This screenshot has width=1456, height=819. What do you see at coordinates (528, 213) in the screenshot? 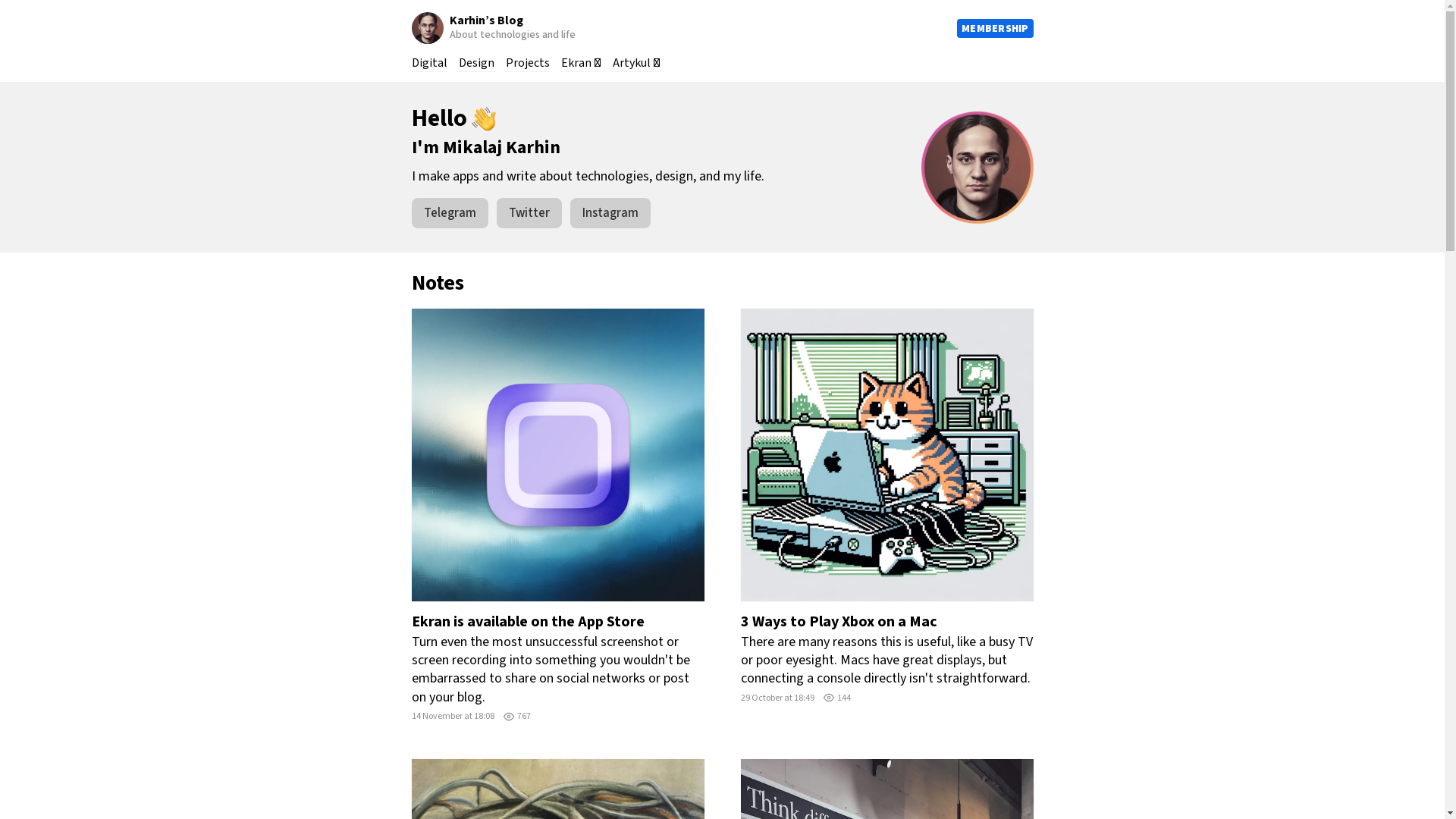
I see `'Twitter'` at bounding box center [528, 213].